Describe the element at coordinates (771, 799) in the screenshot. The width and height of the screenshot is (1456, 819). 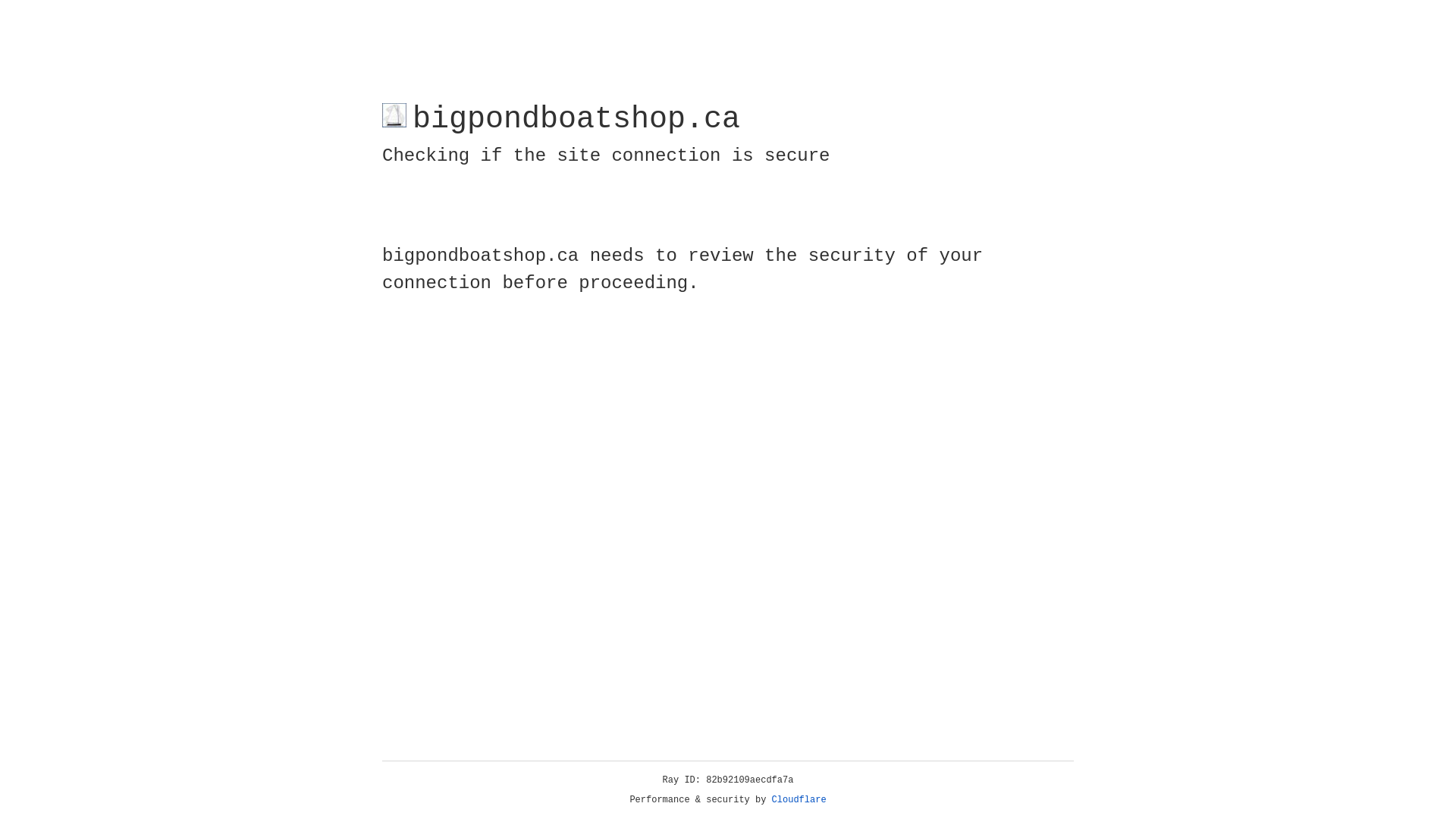
I see `'Cloudflare'` at that location.